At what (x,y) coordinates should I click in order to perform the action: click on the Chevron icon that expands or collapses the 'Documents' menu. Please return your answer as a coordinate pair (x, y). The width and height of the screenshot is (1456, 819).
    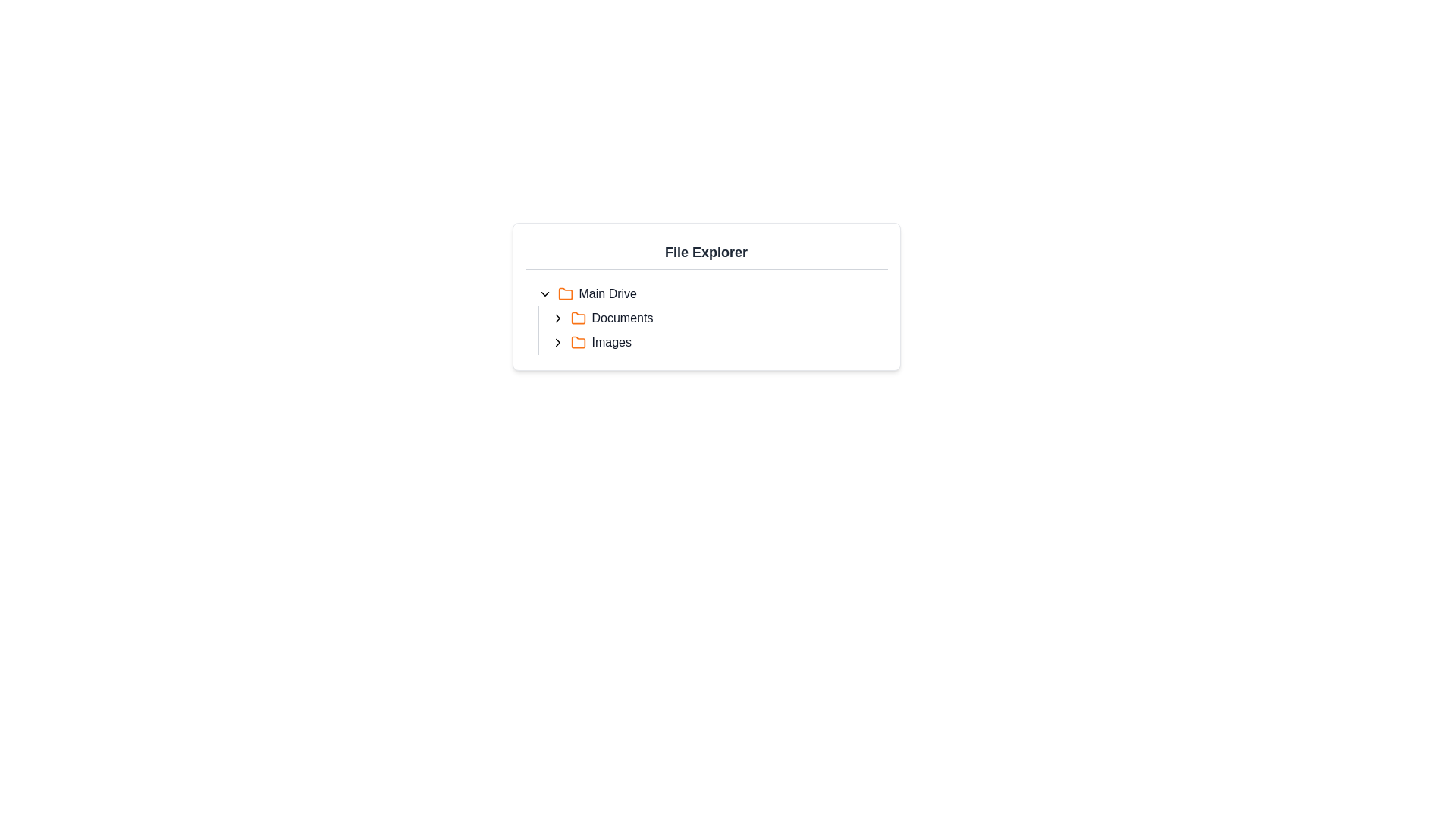
    Looking at the image, I should click on (557, 318).